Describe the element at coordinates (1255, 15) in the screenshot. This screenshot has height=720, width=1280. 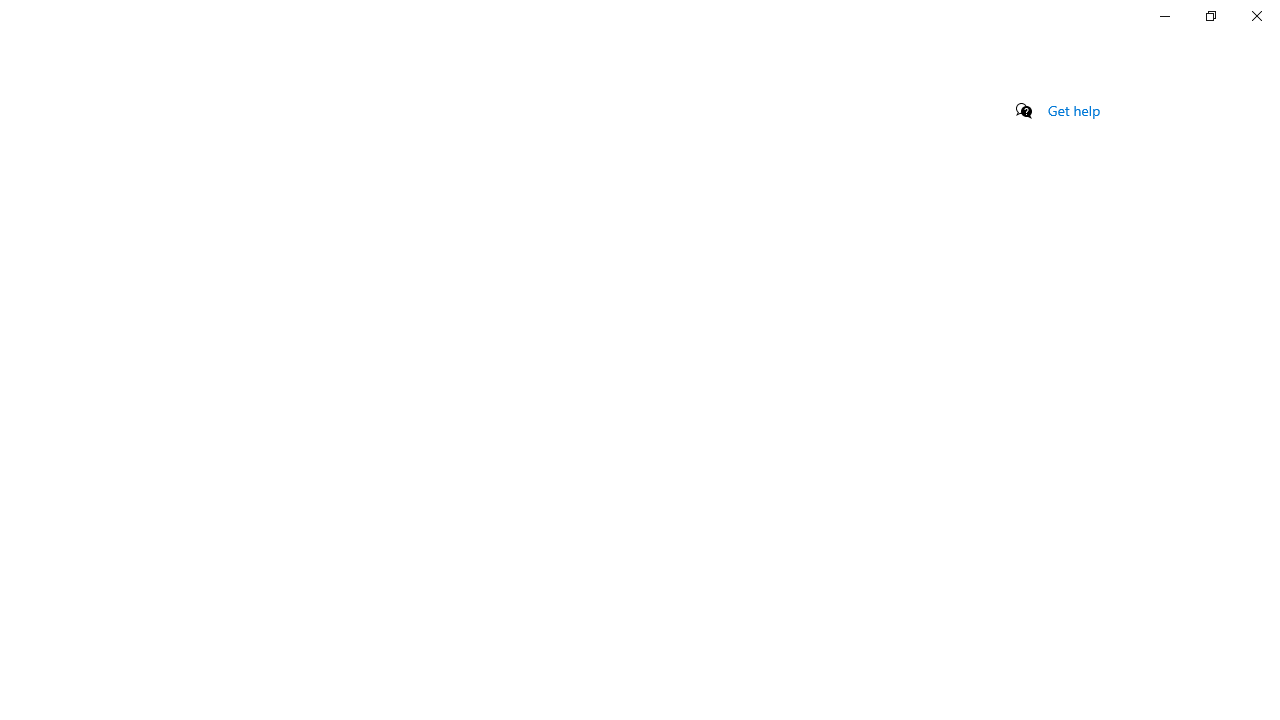
I see `'Close Settings'` at that location.